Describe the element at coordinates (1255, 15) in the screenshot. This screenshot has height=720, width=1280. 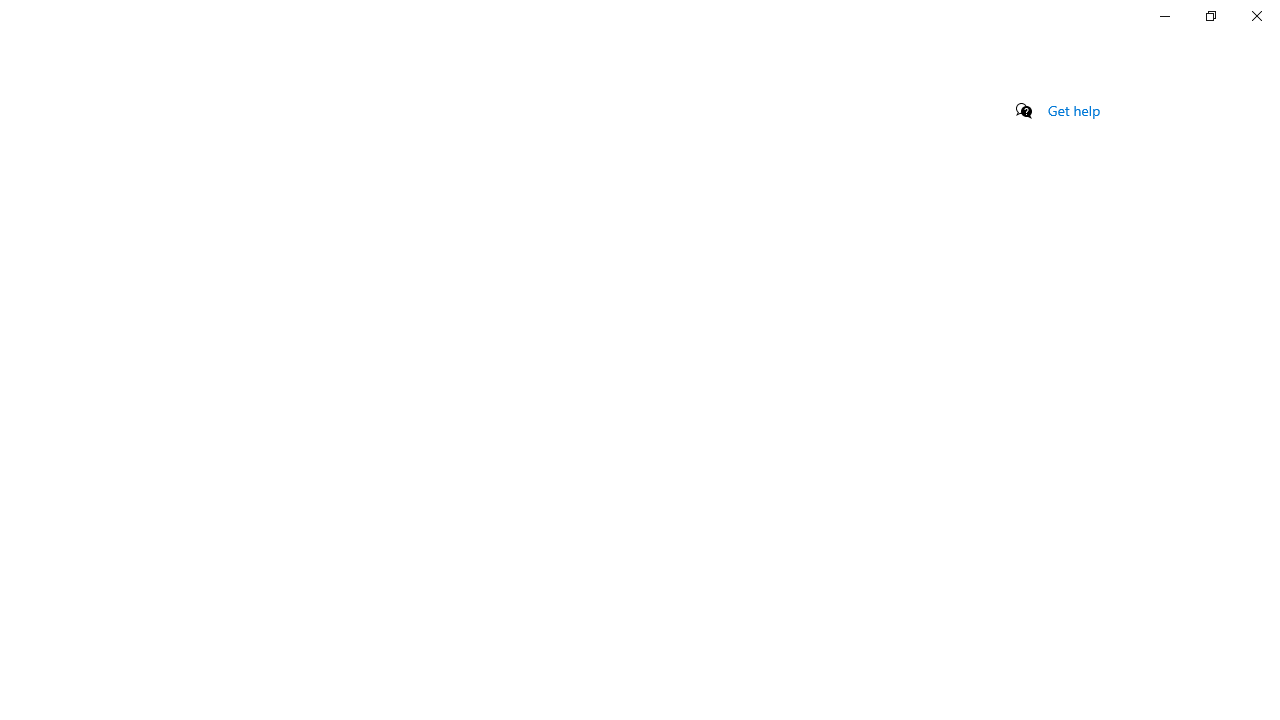
I see `'Close Settings'` at that location.